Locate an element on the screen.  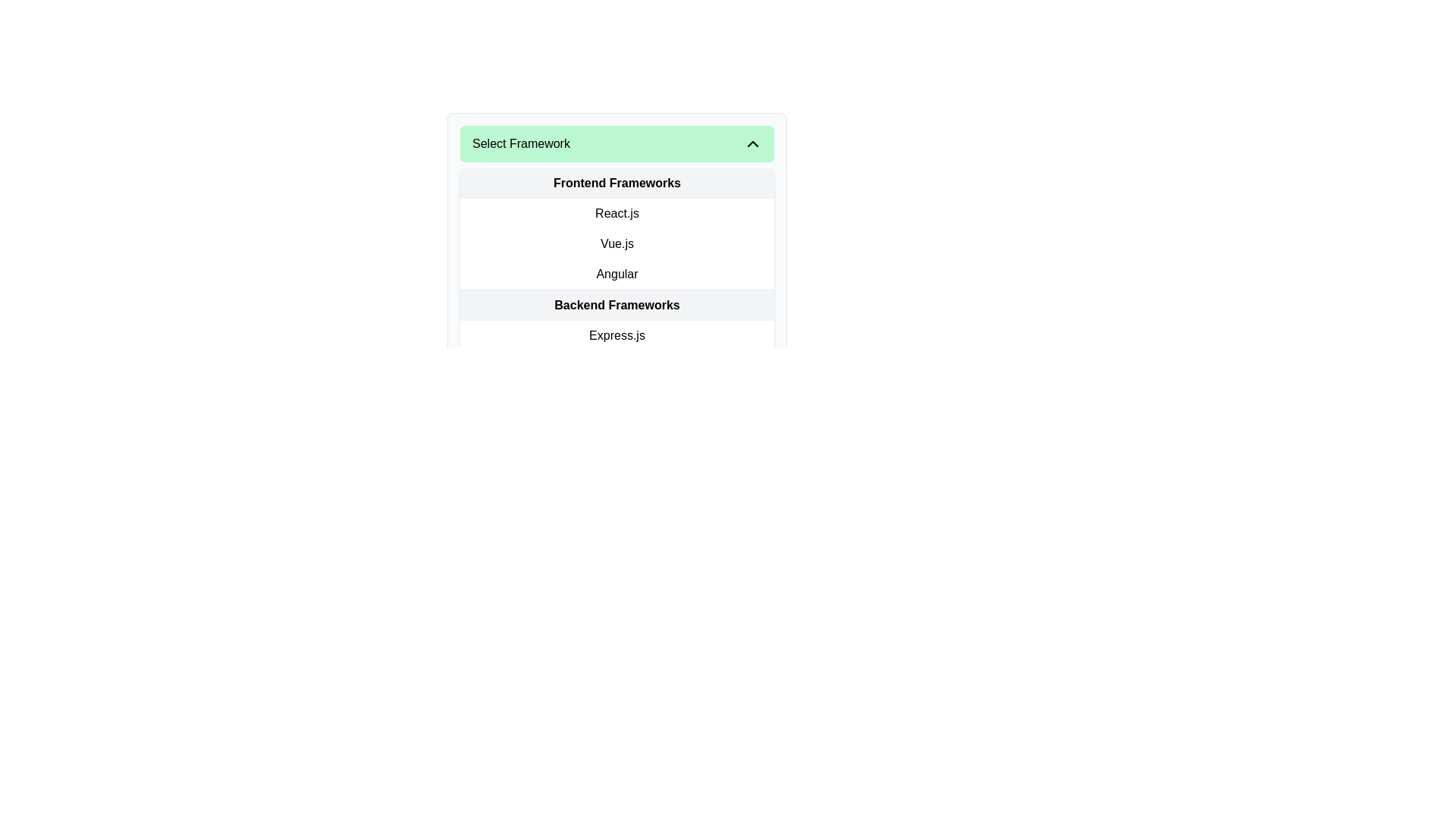
the 'Vue.js' option in the CategorizedList located beneath the 'Select Framework' dropdown is located at coordinates (617, 228).